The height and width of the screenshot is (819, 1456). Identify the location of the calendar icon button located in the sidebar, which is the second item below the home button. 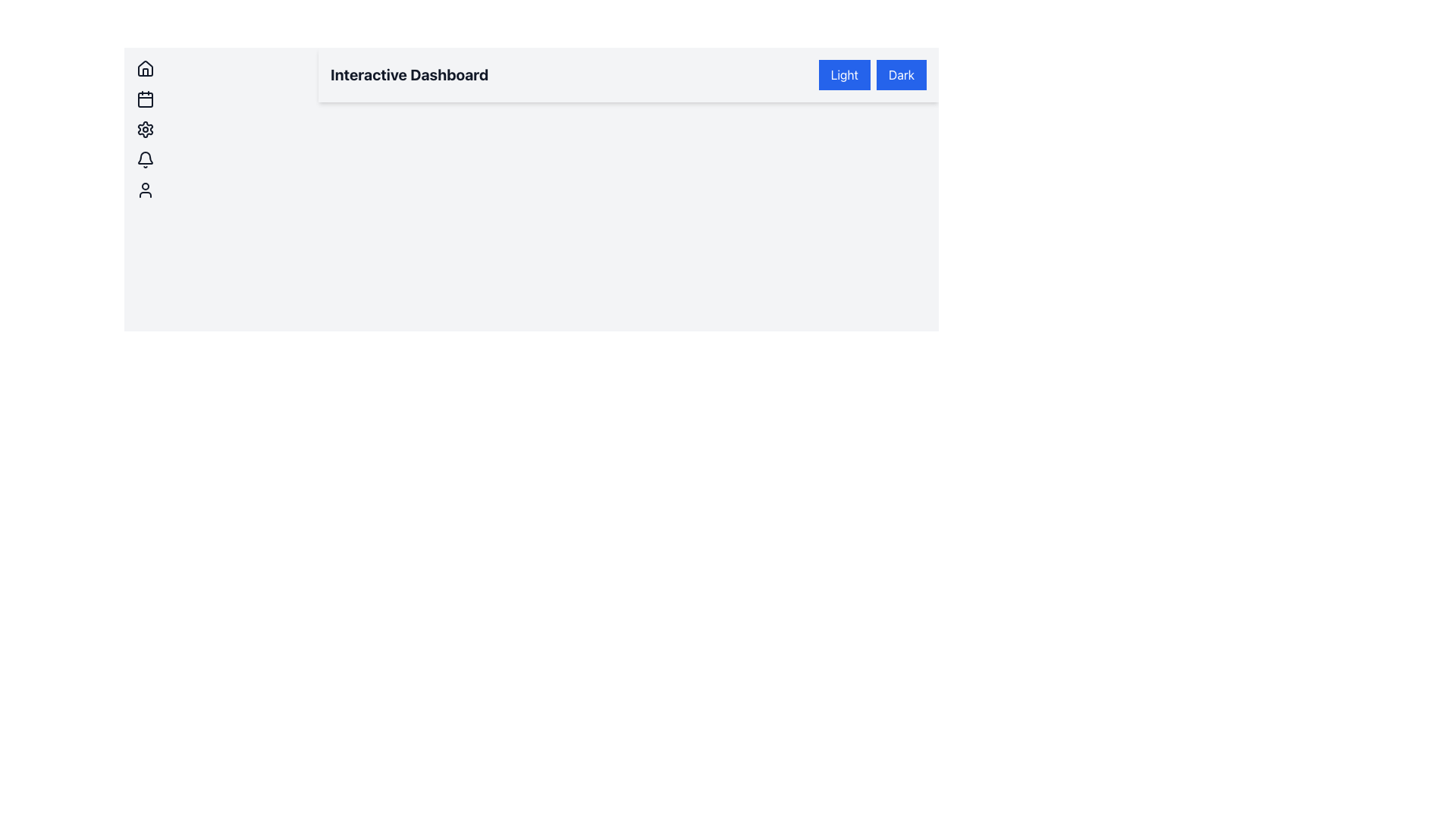
(146, 99).